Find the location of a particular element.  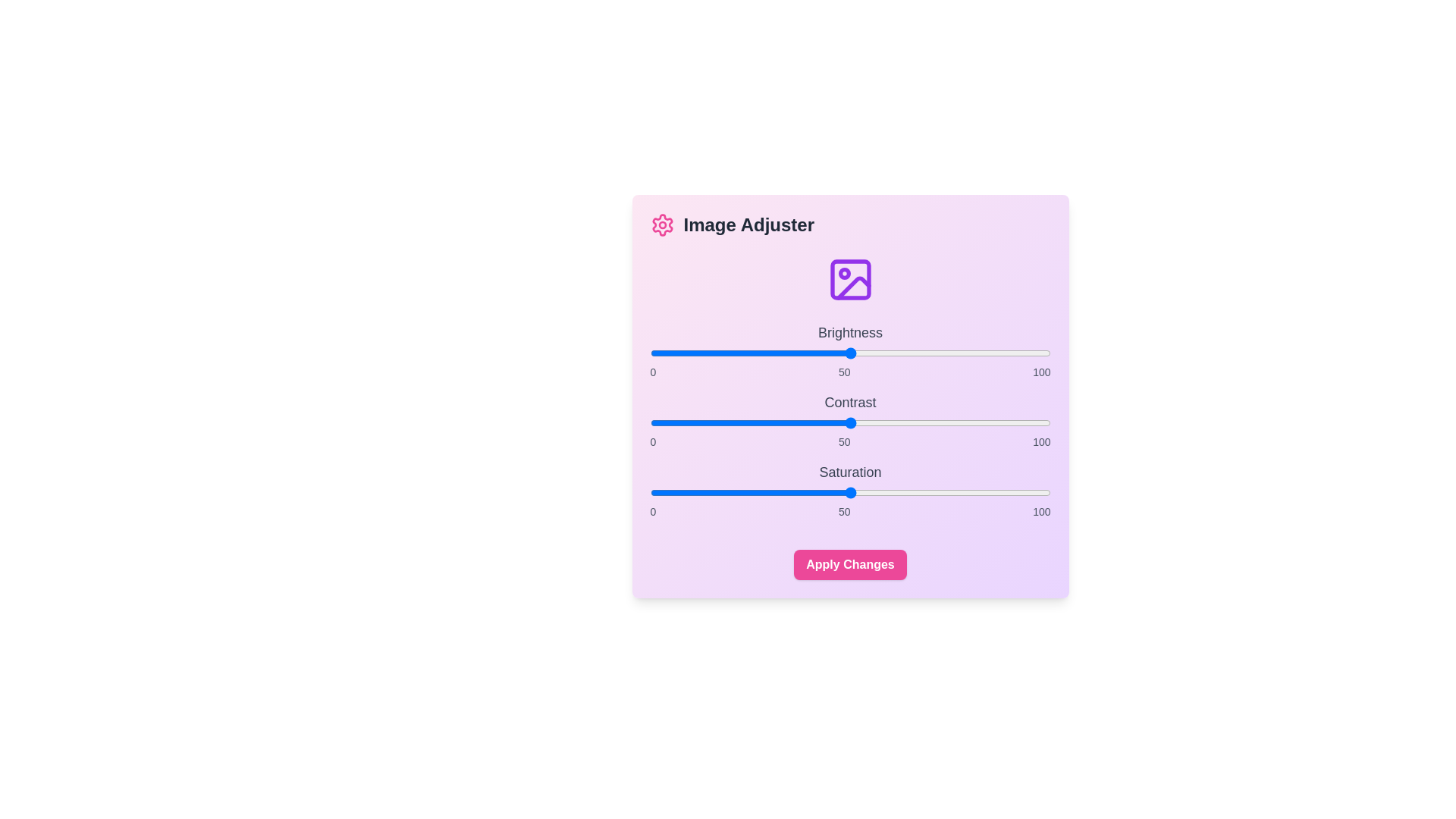

the image icon in the center of the component is located at coordinates (850, 280).